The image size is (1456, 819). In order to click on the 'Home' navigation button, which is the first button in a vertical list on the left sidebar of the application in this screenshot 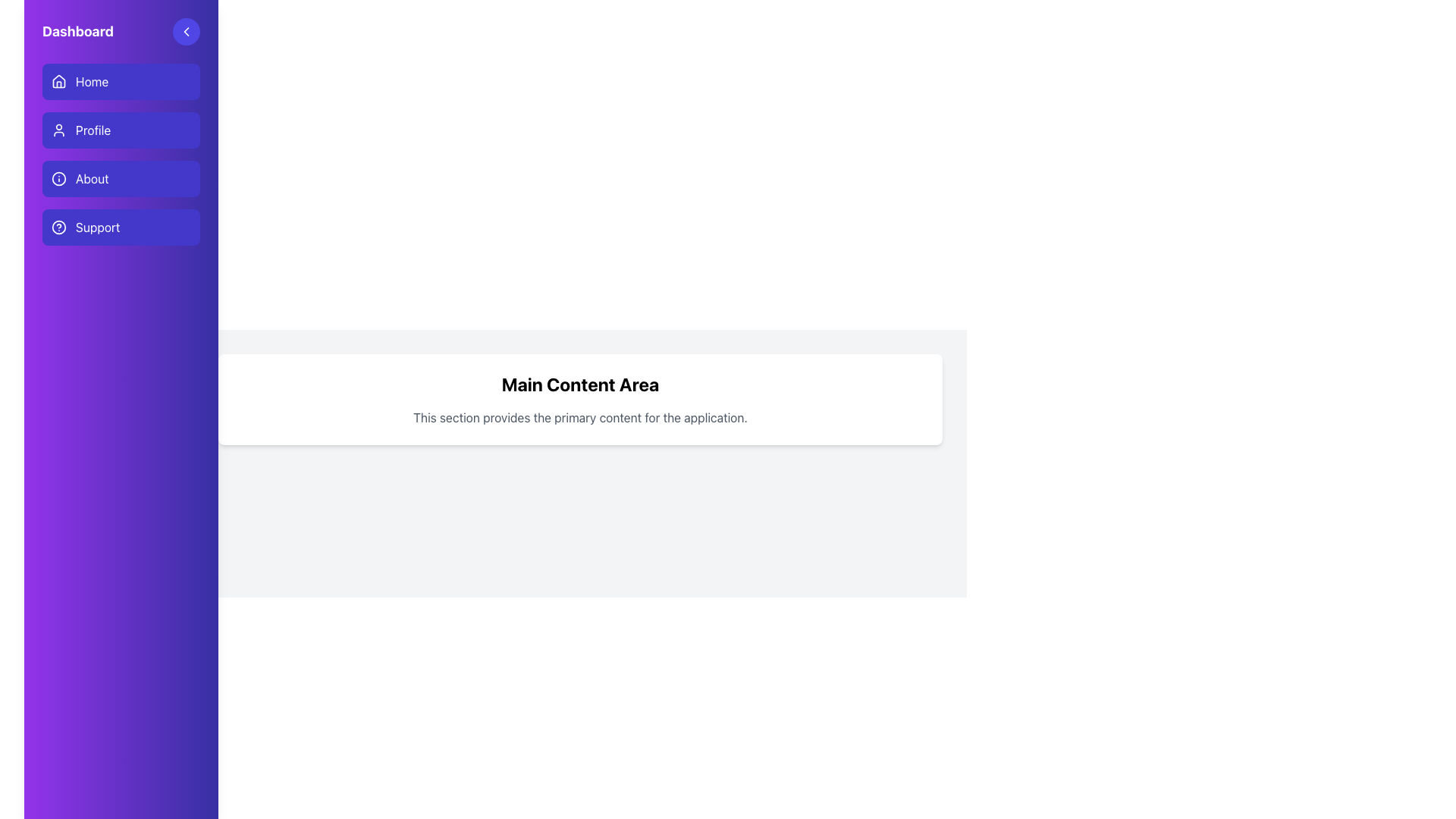, I will do `click(120, 82)`.